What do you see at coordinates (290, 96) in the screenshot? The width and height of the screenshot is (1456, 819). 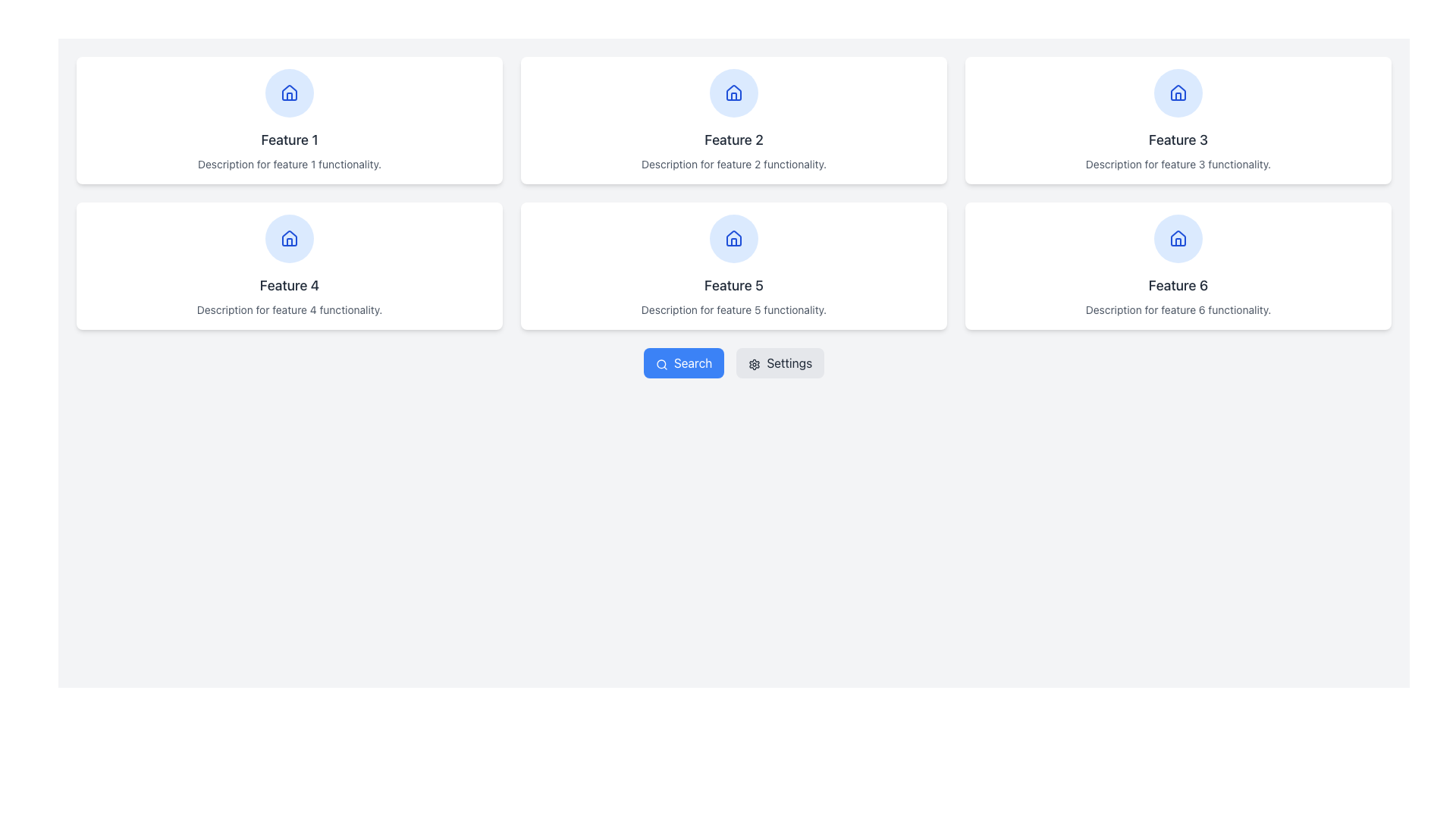 I see `the door icon in the top row, first column of the grid layout, located inside a circular blue icon above the title text 'Feature 1'` at bounding box center [290, 96].